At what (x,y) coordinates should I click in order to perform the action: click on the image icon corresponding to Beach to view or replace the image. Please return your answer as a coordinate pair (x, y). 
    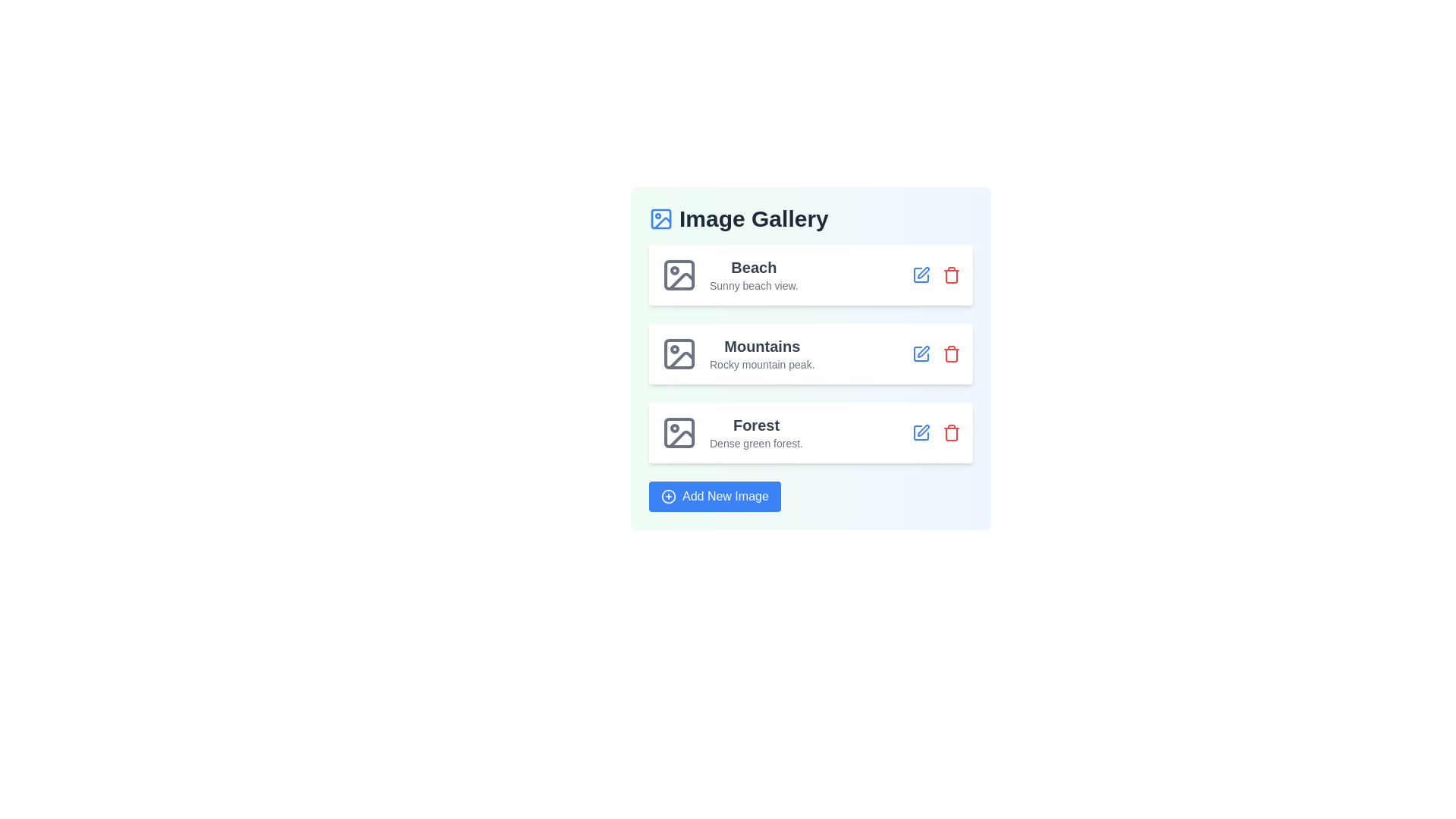
    Looking at the image, I should click on (679, 275).